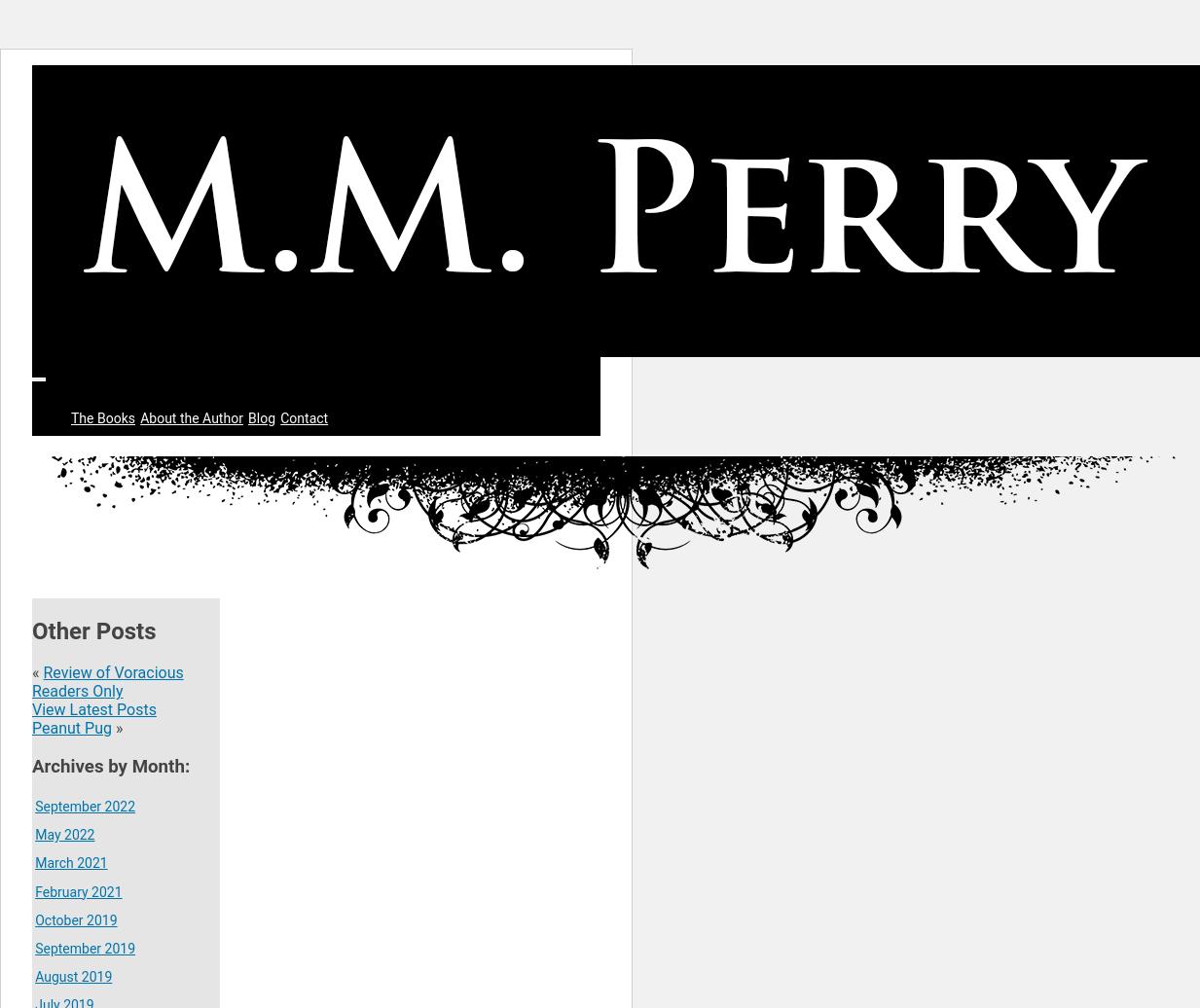 This screenshot has width=1200, height=1008. What do you see at coordinates (70, 728) in the screenshot?
I see `'Peanut Pug'` at bounding box center [70, 728].